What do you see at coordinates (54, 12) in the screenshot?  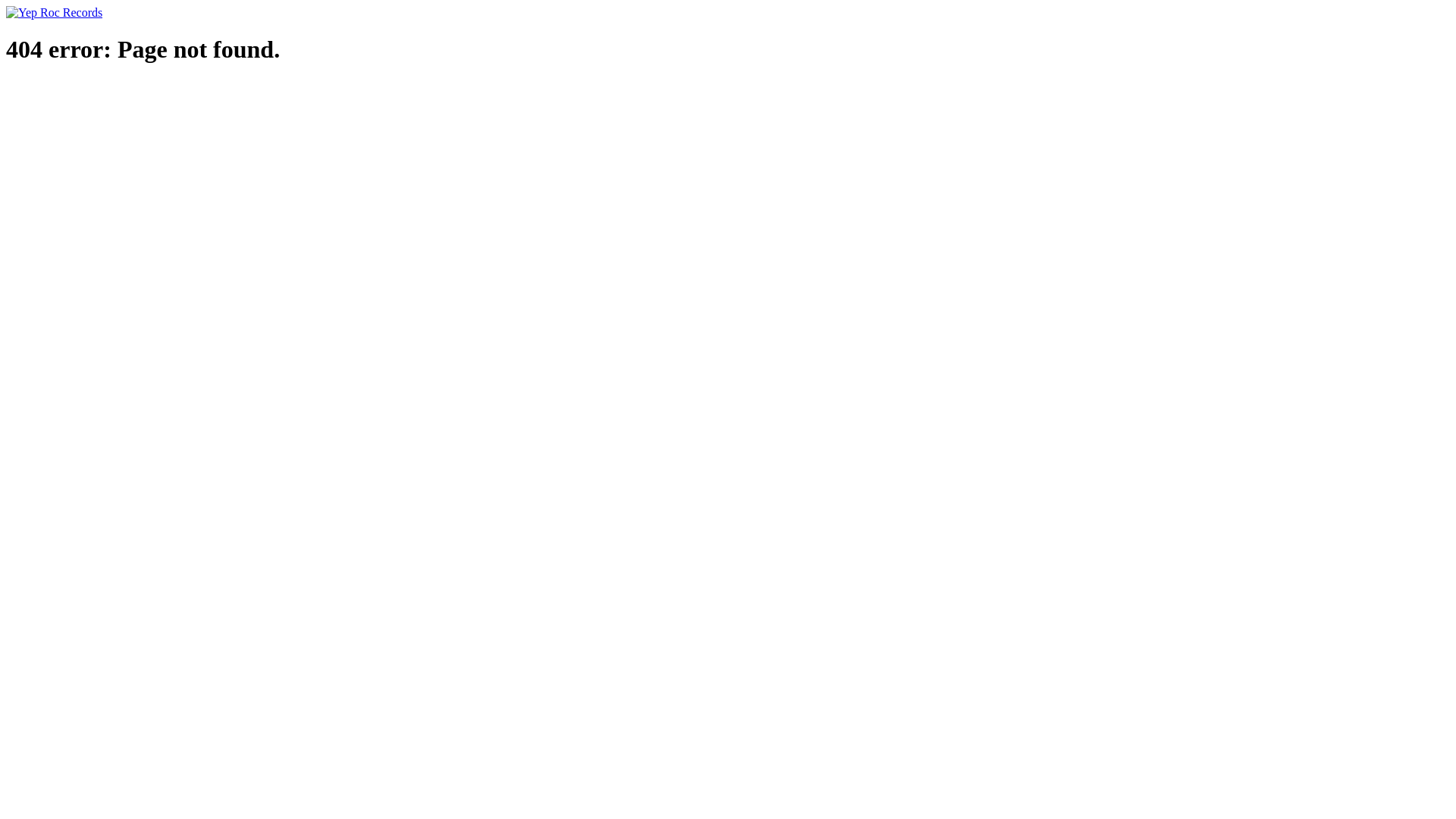 I see `'Yep Roc Records'` at bounding box center [54, 12].